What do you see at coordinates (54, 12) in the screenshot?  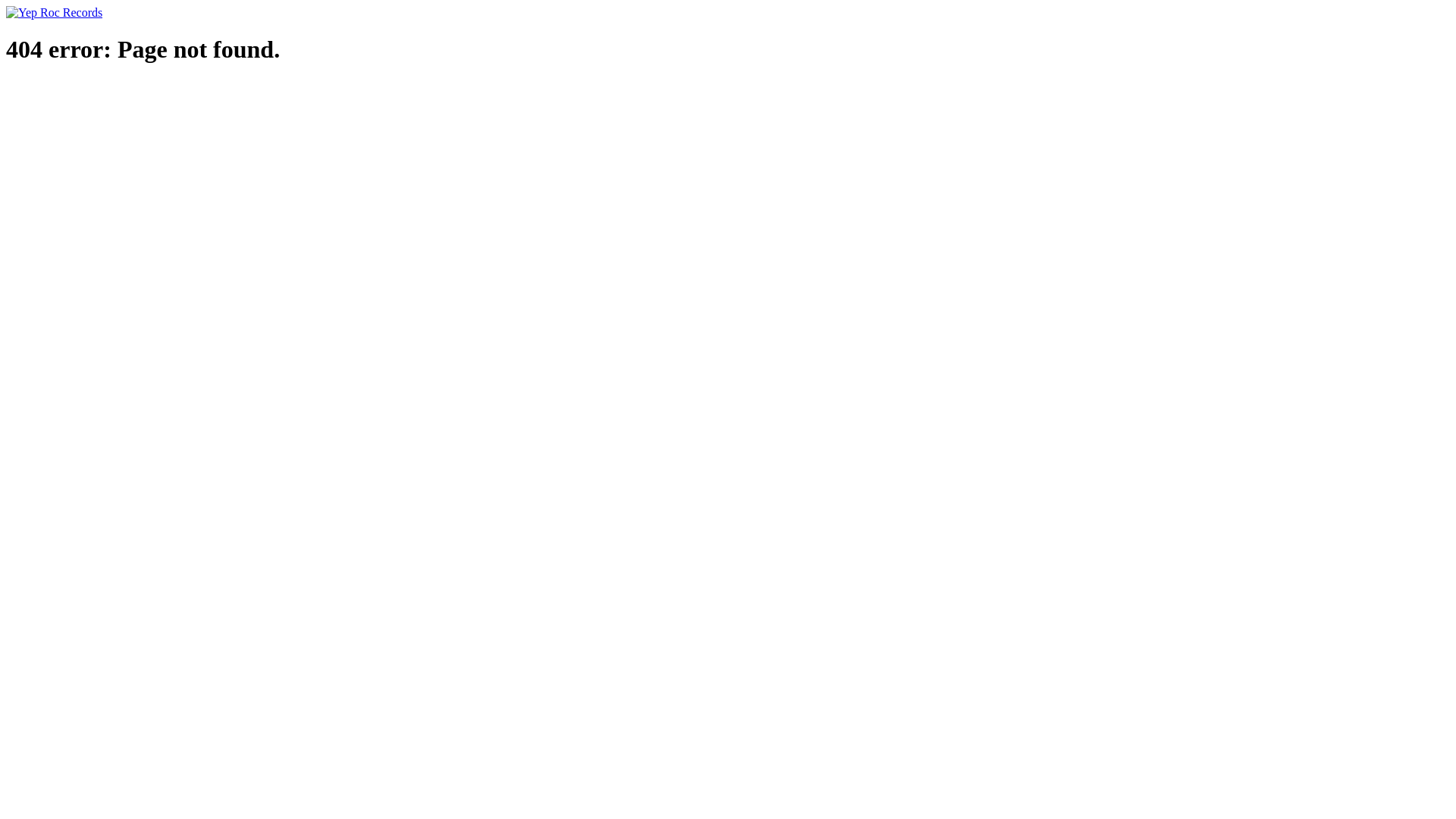 I see `'Yep Roc Records'` at bounding box center [54, 12].